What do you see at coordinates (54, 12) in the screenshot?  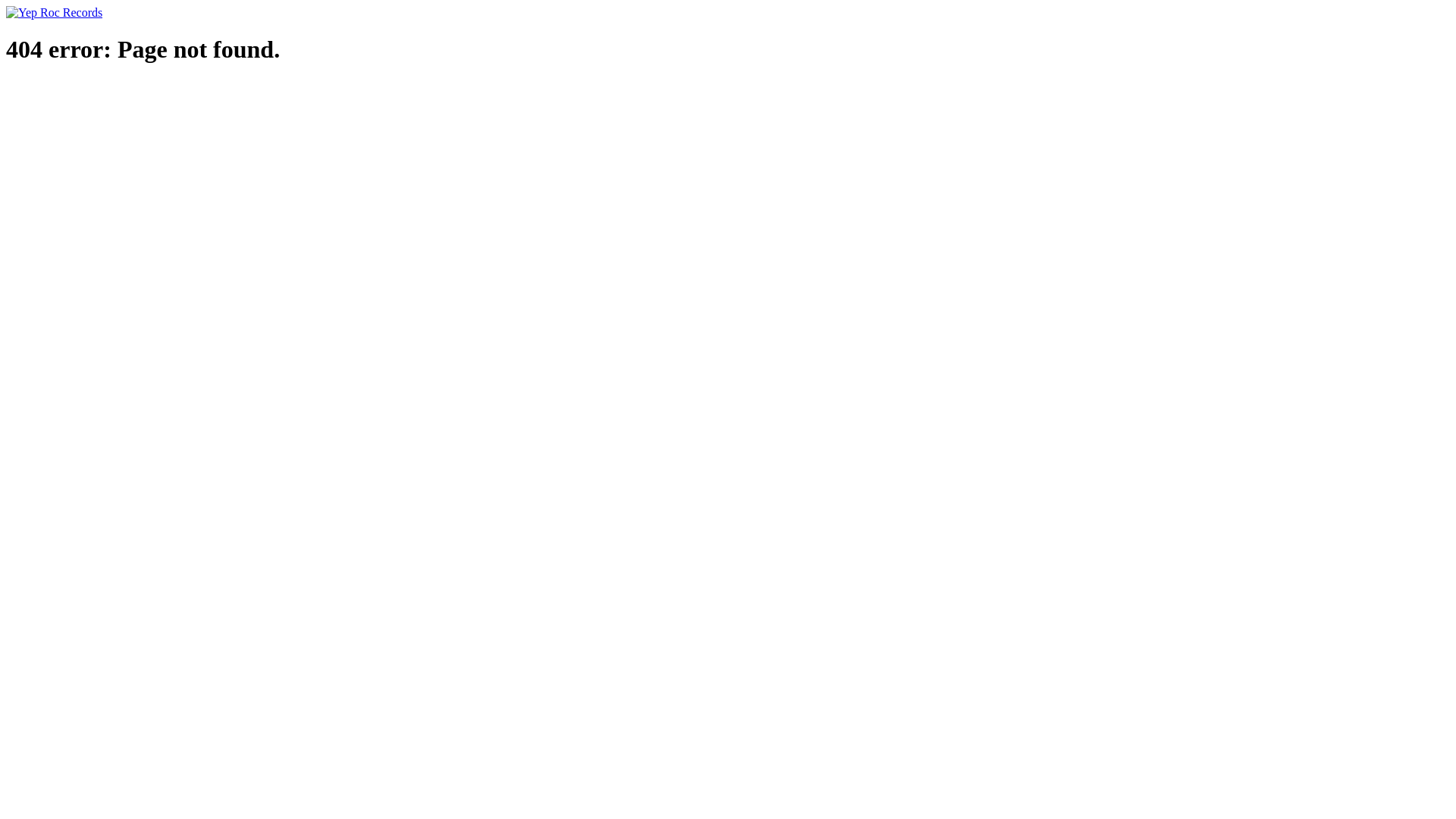 I see `'Yep Roc Records'` at bounding box center [54, 12].